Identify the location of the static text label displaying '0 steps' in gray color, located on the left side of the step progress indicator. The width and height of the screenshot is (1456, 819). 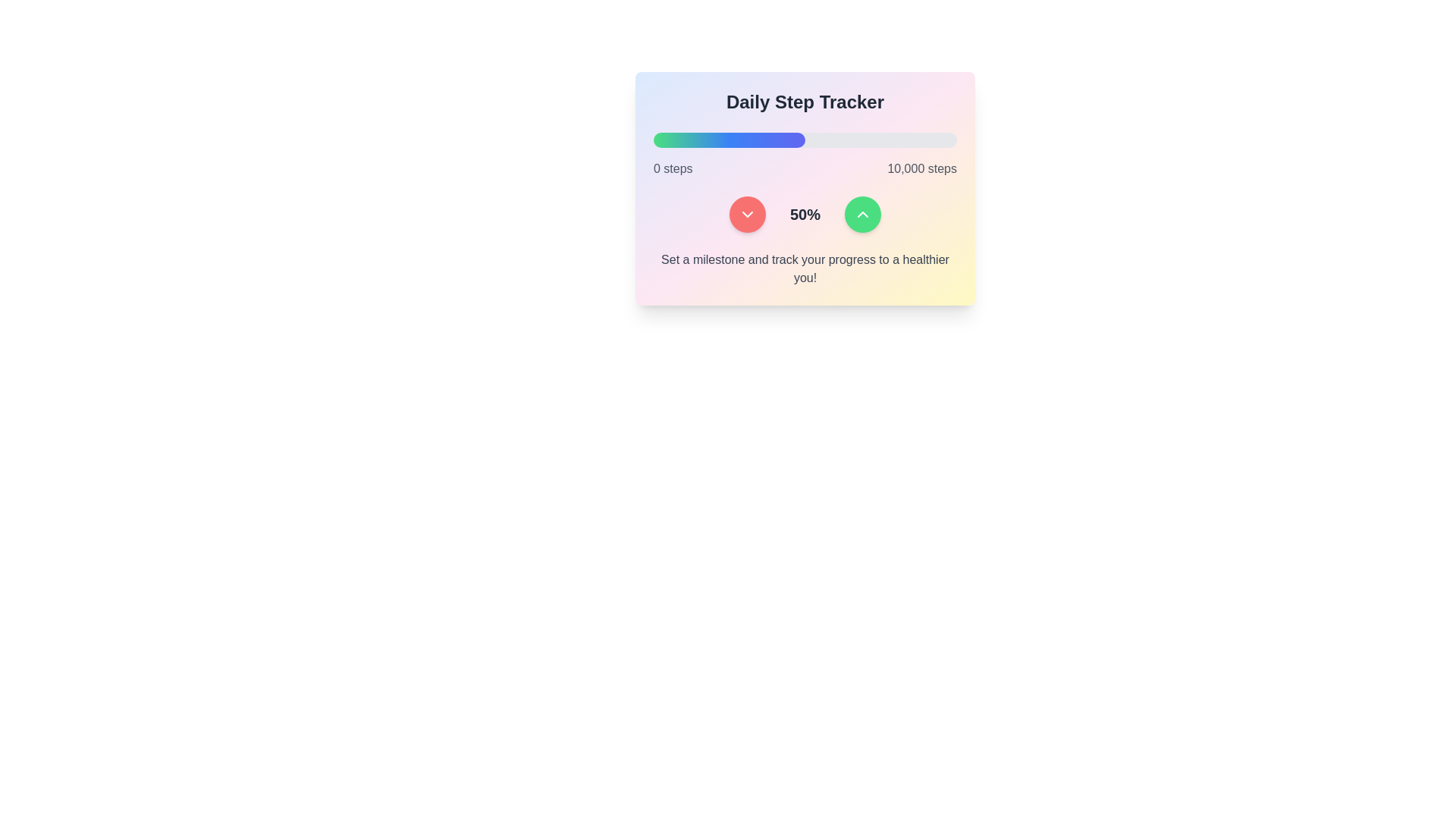
(672, 169).